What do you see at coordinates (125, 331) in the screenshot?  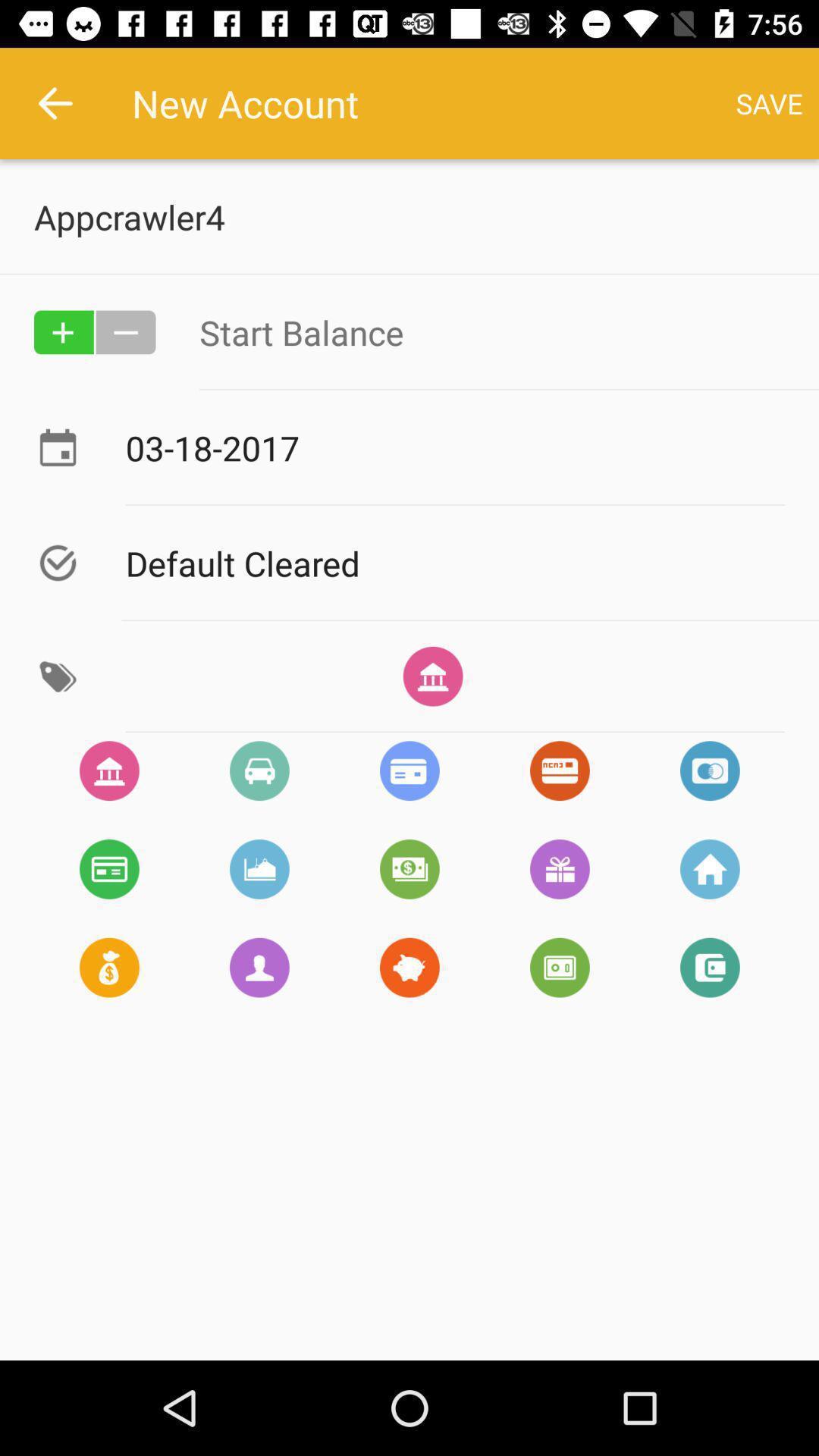 I see `the minus icon` at bounding box center [125, 331].